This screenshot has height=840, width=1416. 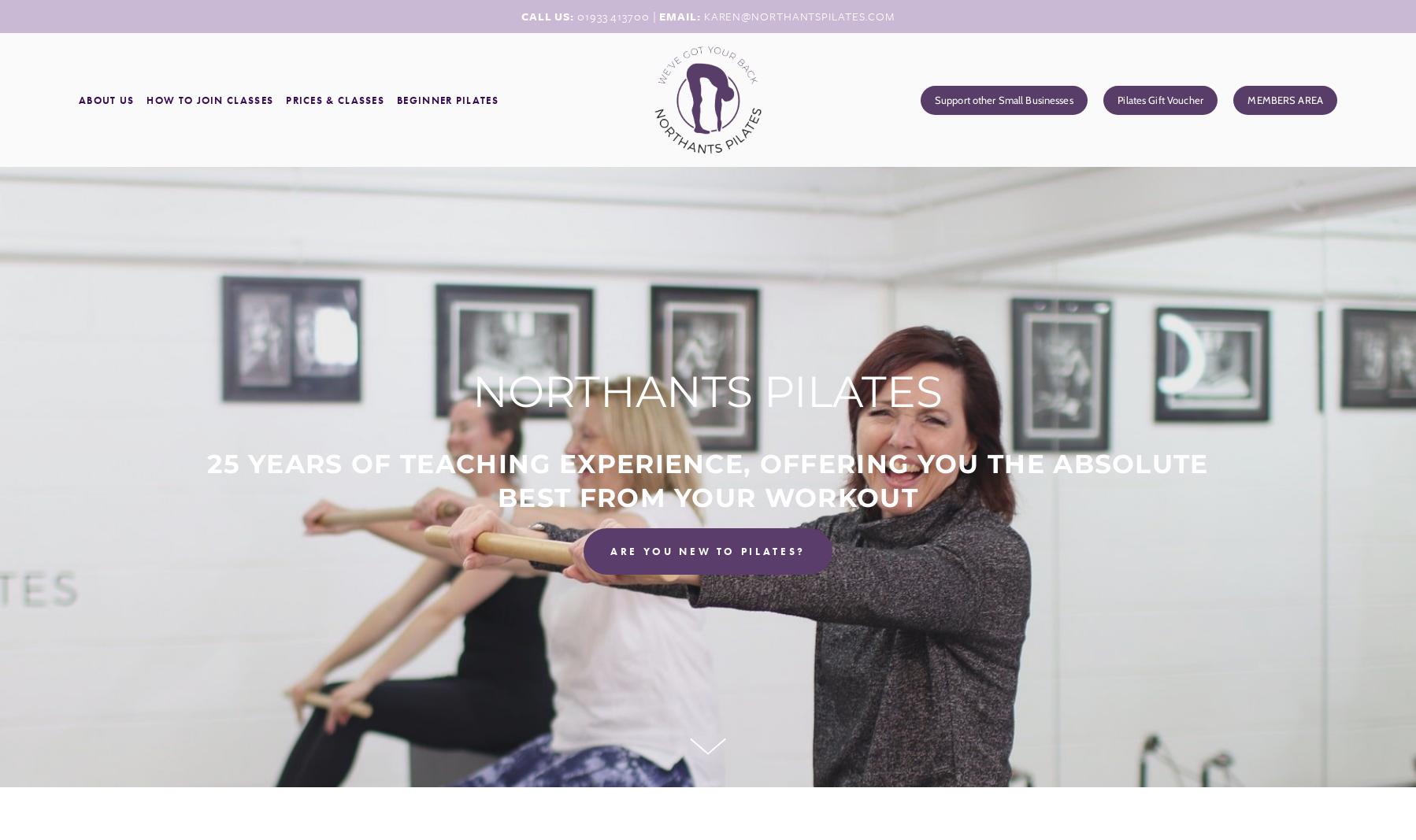 I want to click on 'Beginner Pilates', so click(x=447, y=98).